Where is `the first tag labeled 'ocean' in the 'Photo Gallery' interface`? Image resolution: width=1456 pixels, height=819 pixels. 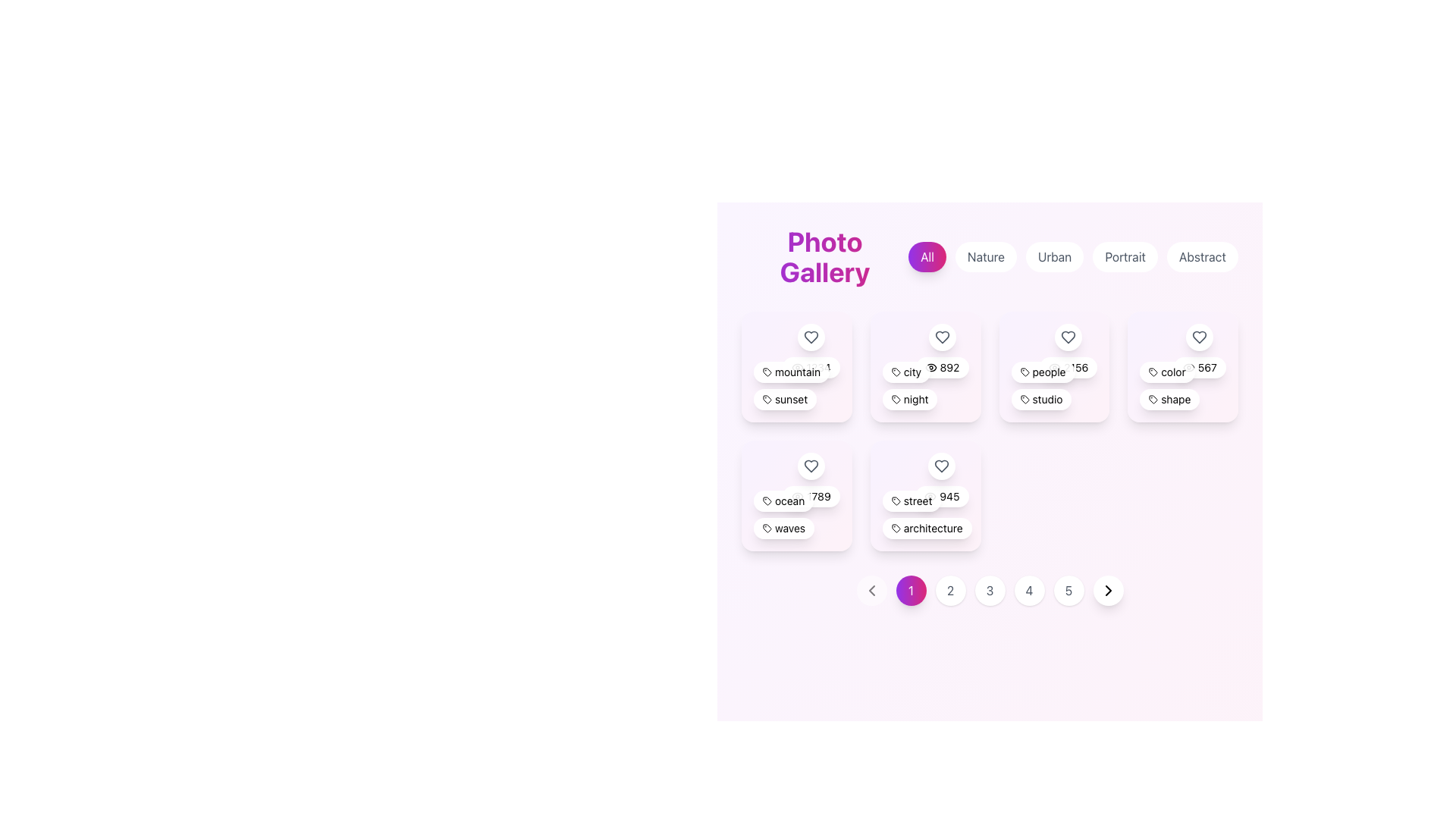
the first tag labeled 'ocean' in the 'Photo Gallery' interface is located at coordinates (783, 500).